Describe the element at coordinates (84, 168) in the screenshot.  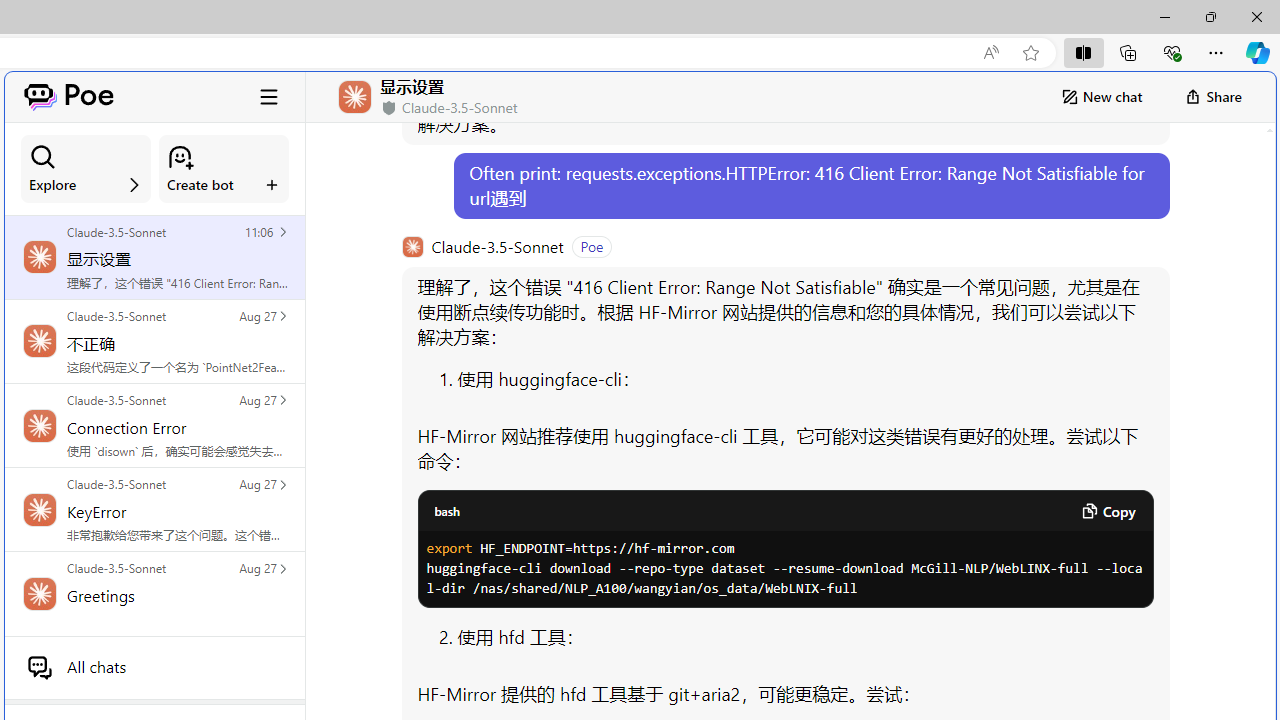
I see `'Explore'` at that location.